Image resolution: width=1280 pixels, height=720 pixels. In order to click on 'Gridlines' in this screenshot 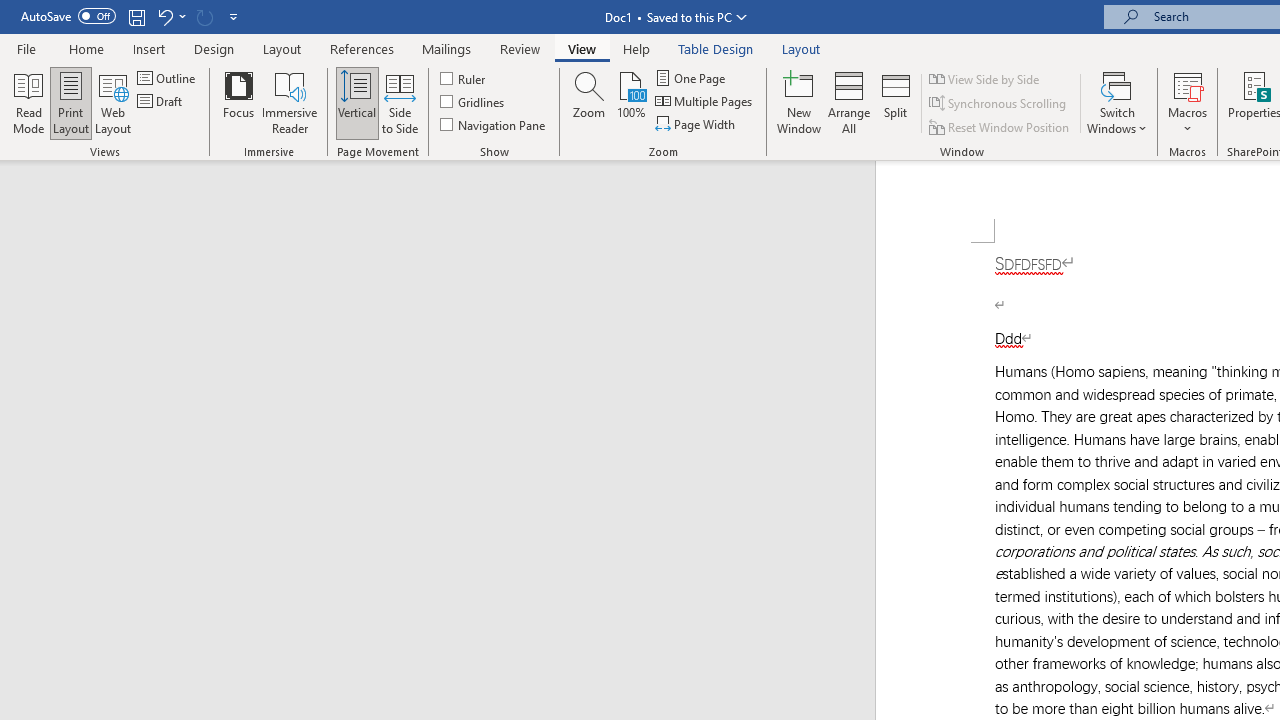, I will do `click(472, 101)`.